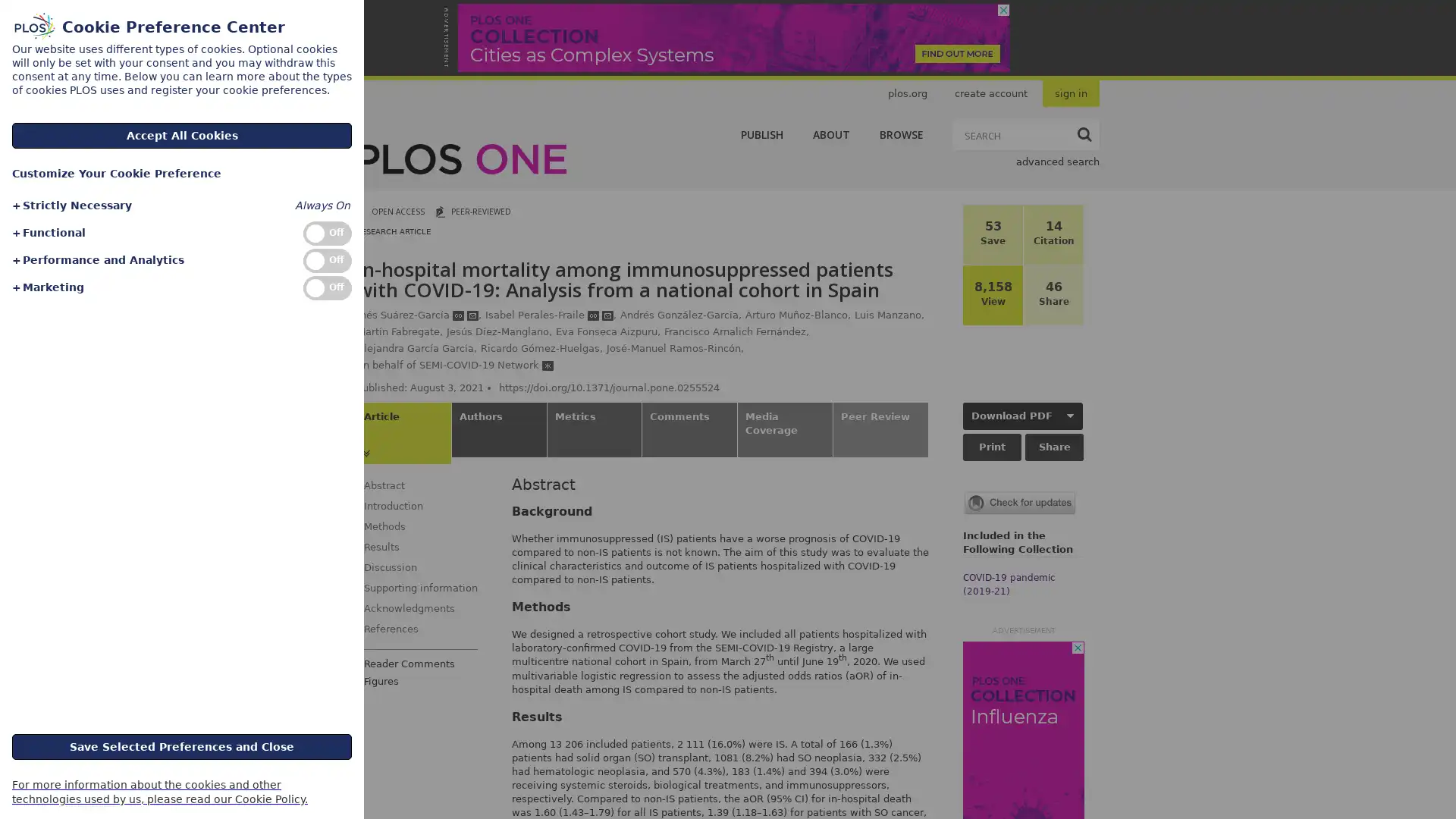 The height and width of the screenshot is (819, 1456). I want to click on Toggle explanation of Strictly Necessary Cookies., so click(71, 206).